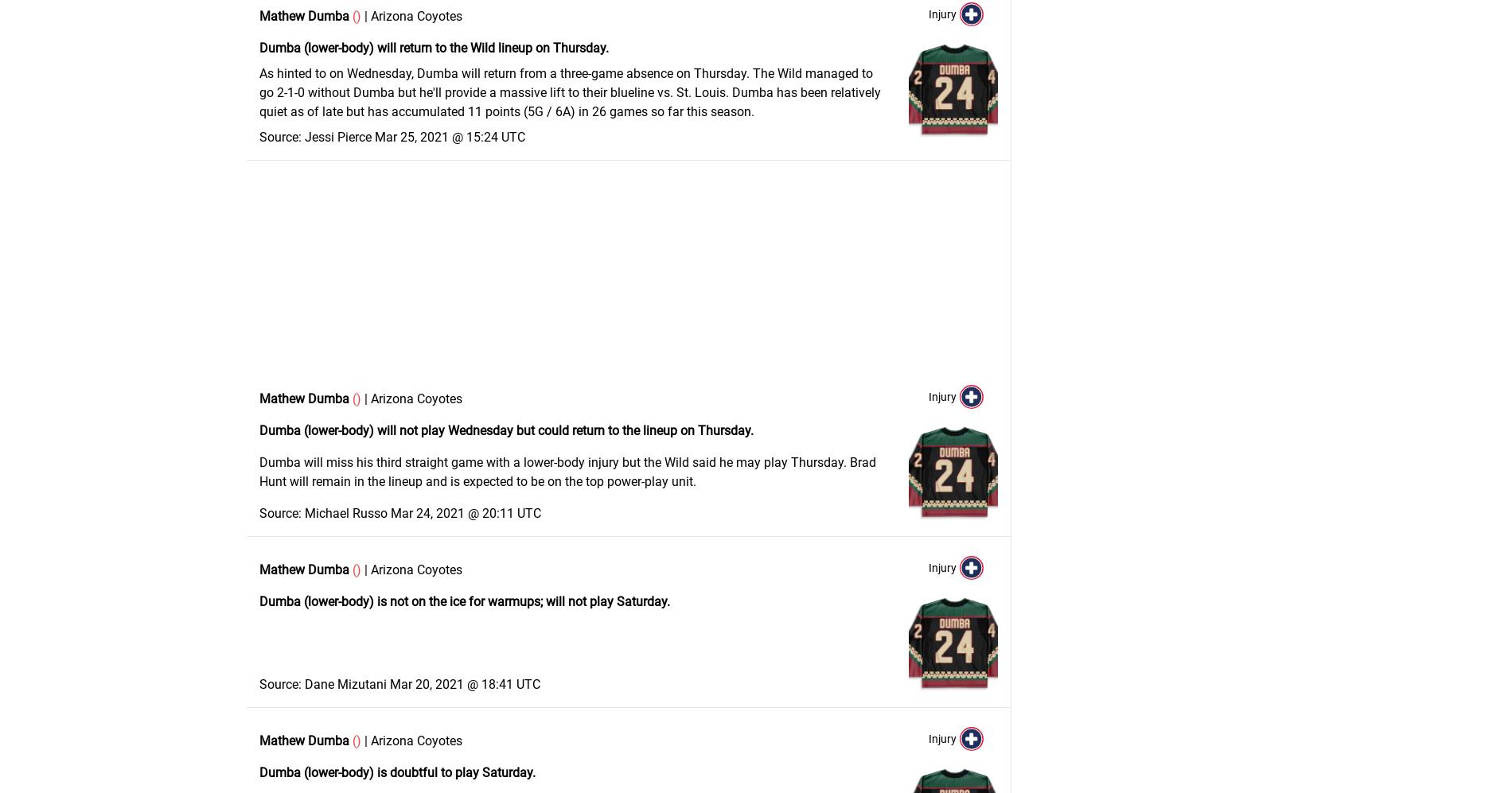  What do you see at coordinates (465, 601) in the screenshot?
I see `'Dumba (lower-body) is not on the ice for warmups; will not play Saturday.'` at bounding box center [465, 601].